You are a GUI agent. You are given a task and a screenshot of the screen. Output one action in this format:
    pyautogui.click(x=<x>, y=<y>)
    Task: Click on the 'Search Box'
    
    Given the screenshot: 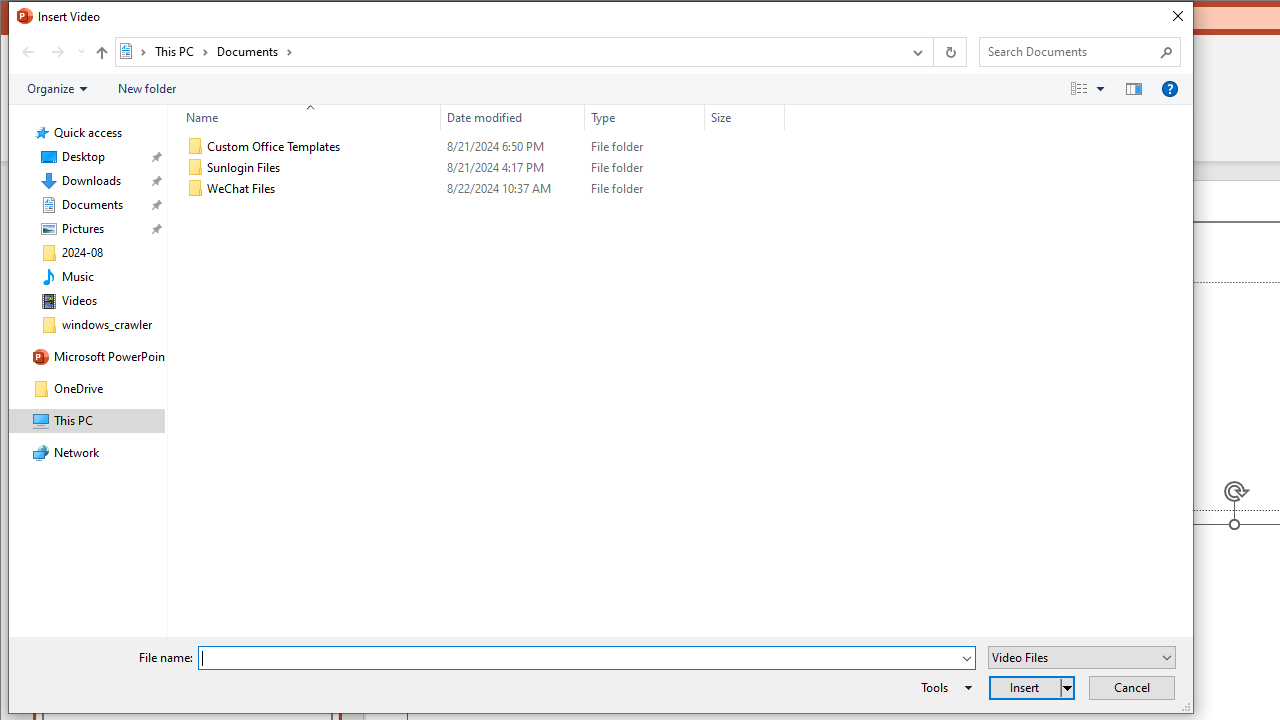 What is the action you would take?
    pyautogui.click(x=1069, y=50)
    